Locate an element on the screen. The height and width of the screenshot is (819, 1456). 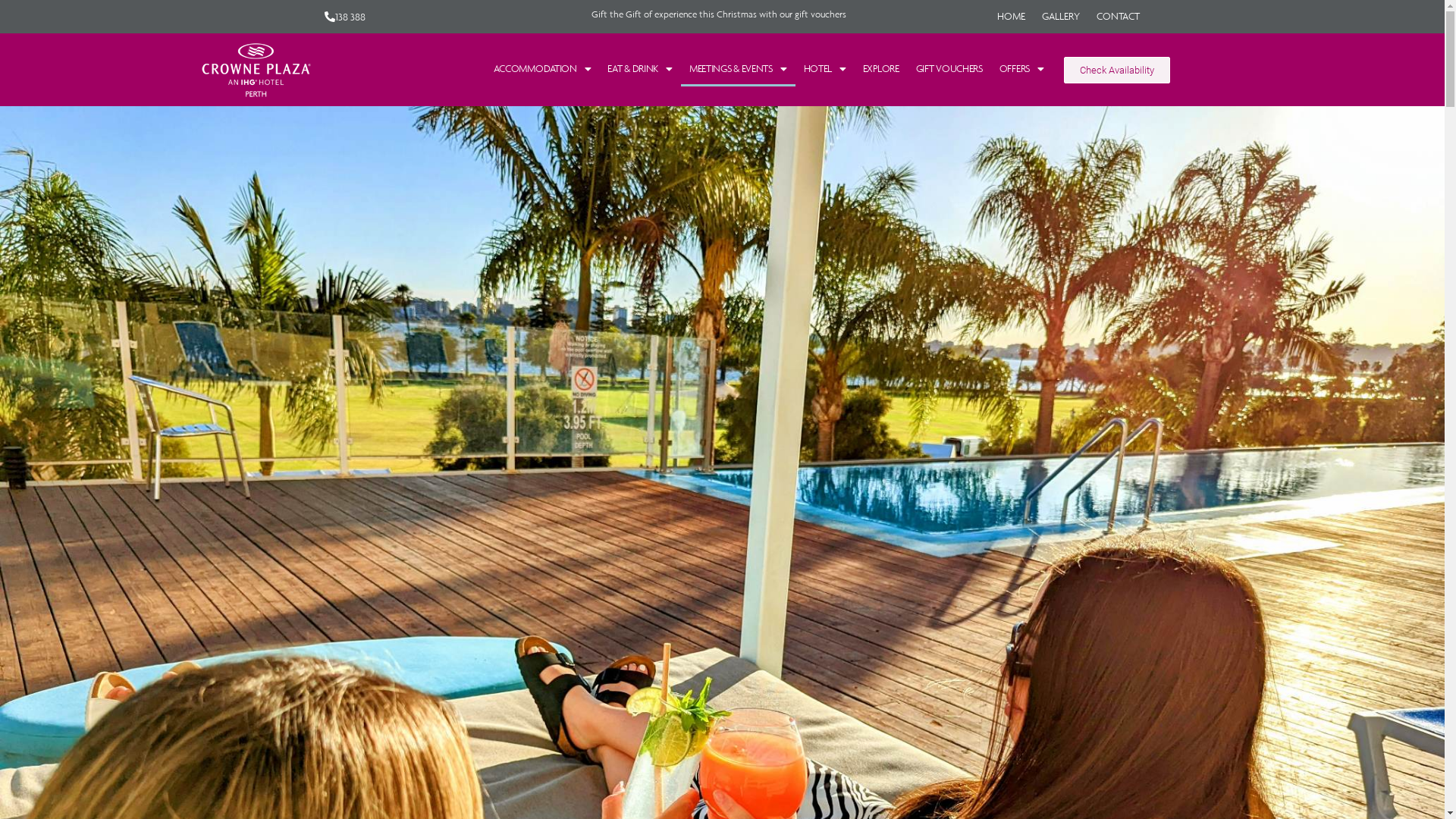
'ACCOMMODATION' is located at coordinates (542, 69).